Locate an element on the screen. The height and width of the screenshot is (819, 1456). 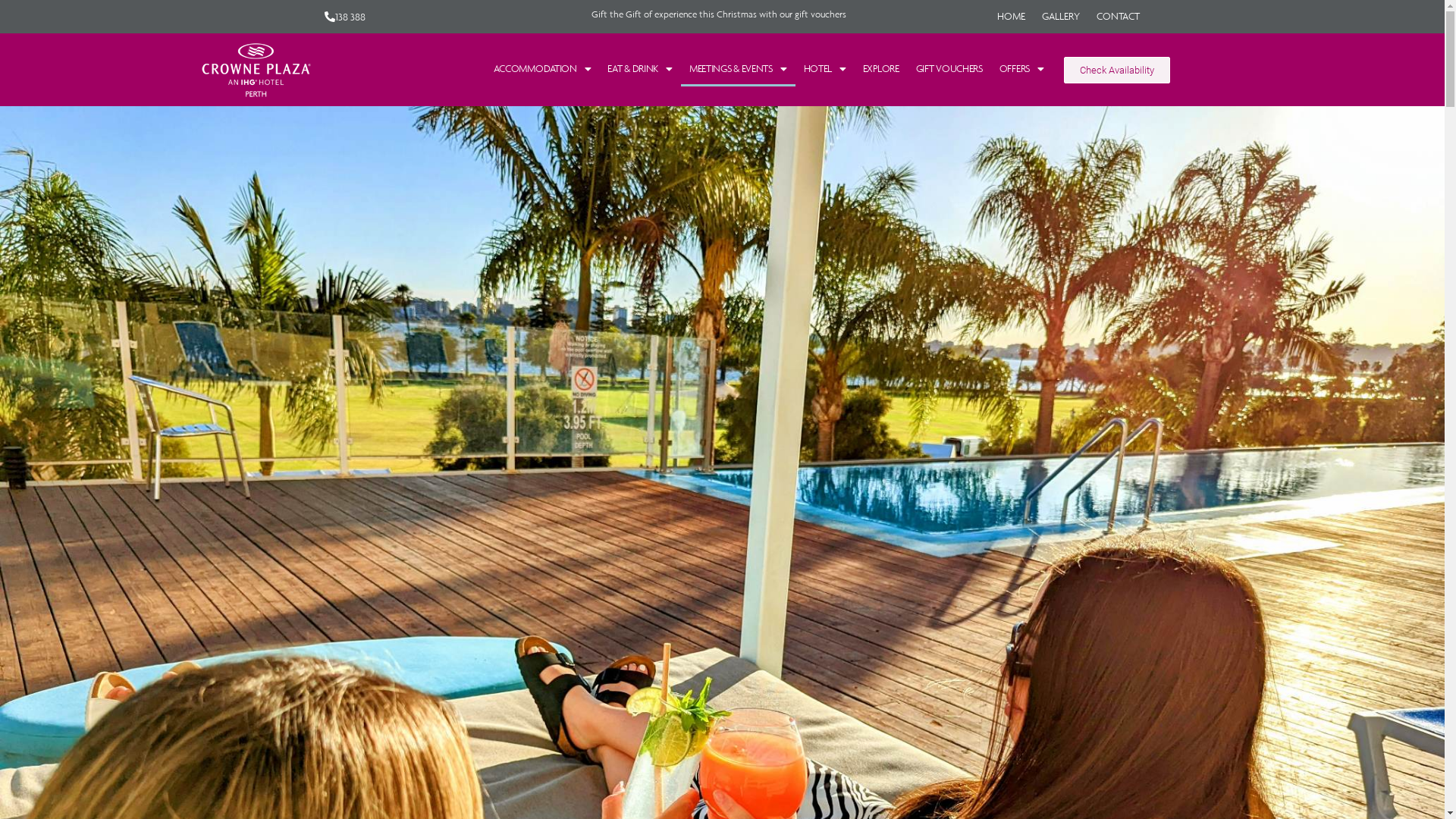
'ACCOMMODATION' is located at coordinates (542, 69).